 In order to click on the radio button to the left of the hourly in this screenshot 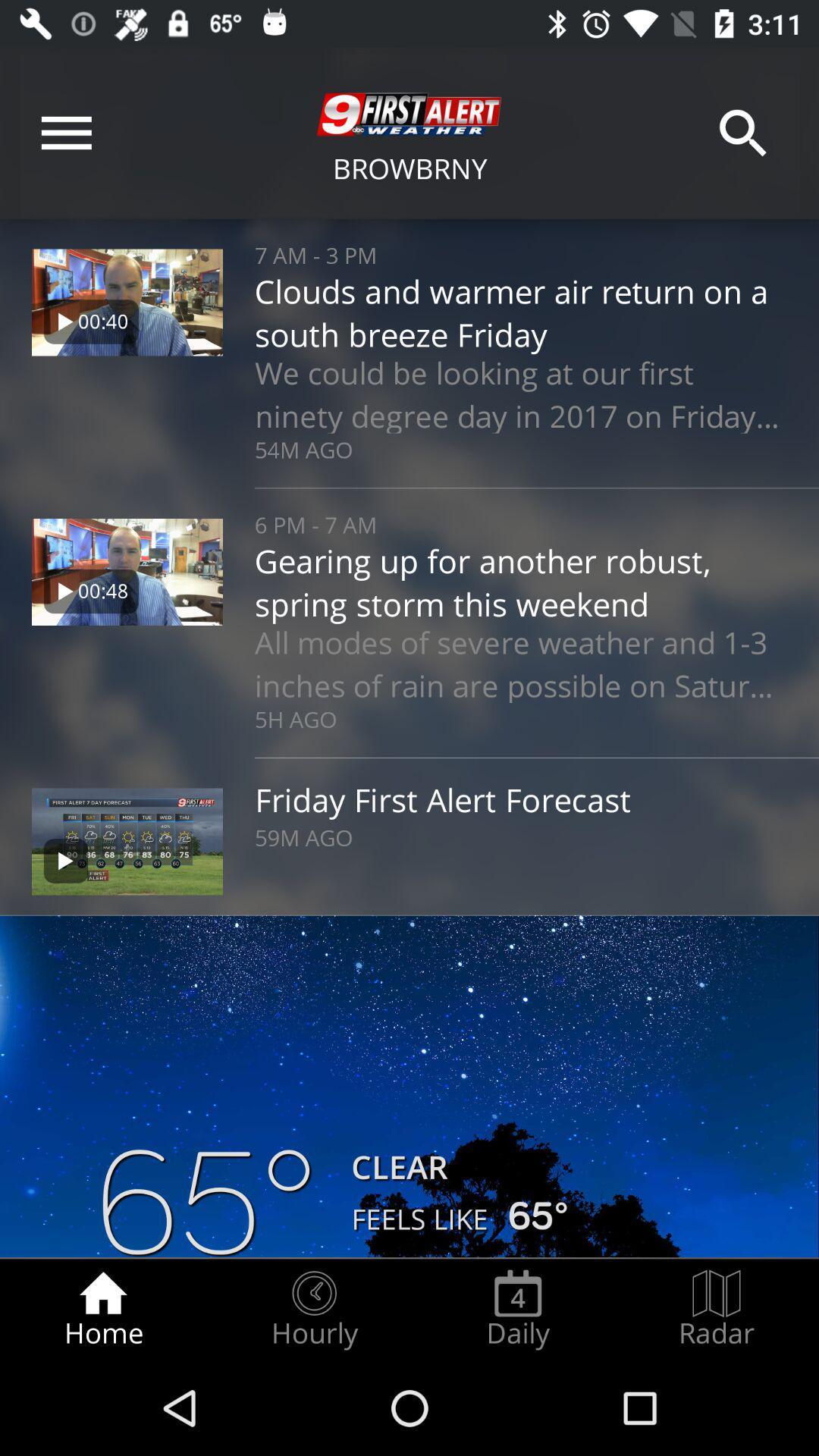, I will do `click(102, 1309)`.